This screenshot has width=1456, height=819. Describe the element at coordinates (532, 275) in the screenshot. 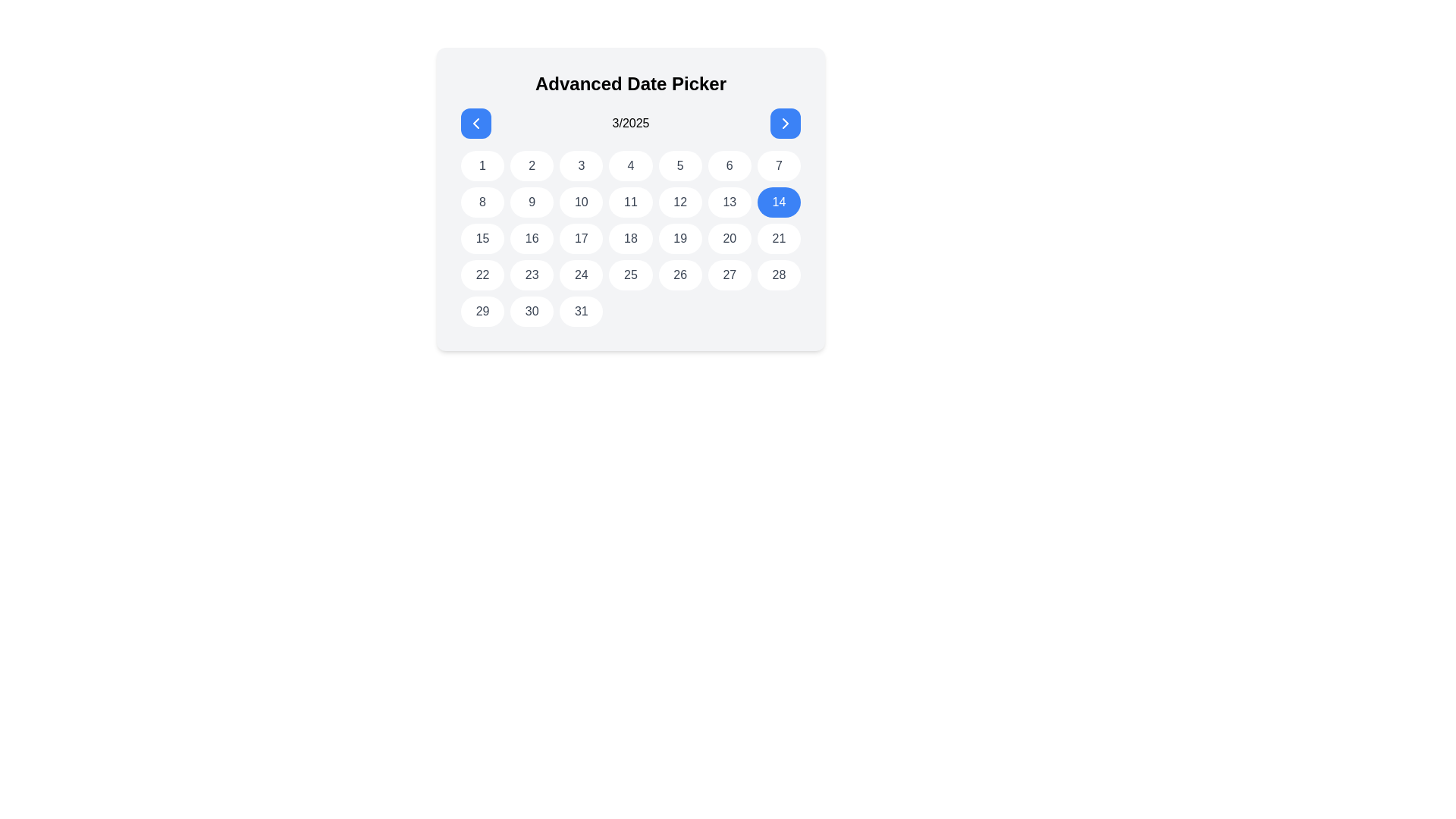

I see `the circular button displaying the number '23' in dark gray text, located in the fourth row and second column of the grid under 'Advanced Date Picker'` at that location.